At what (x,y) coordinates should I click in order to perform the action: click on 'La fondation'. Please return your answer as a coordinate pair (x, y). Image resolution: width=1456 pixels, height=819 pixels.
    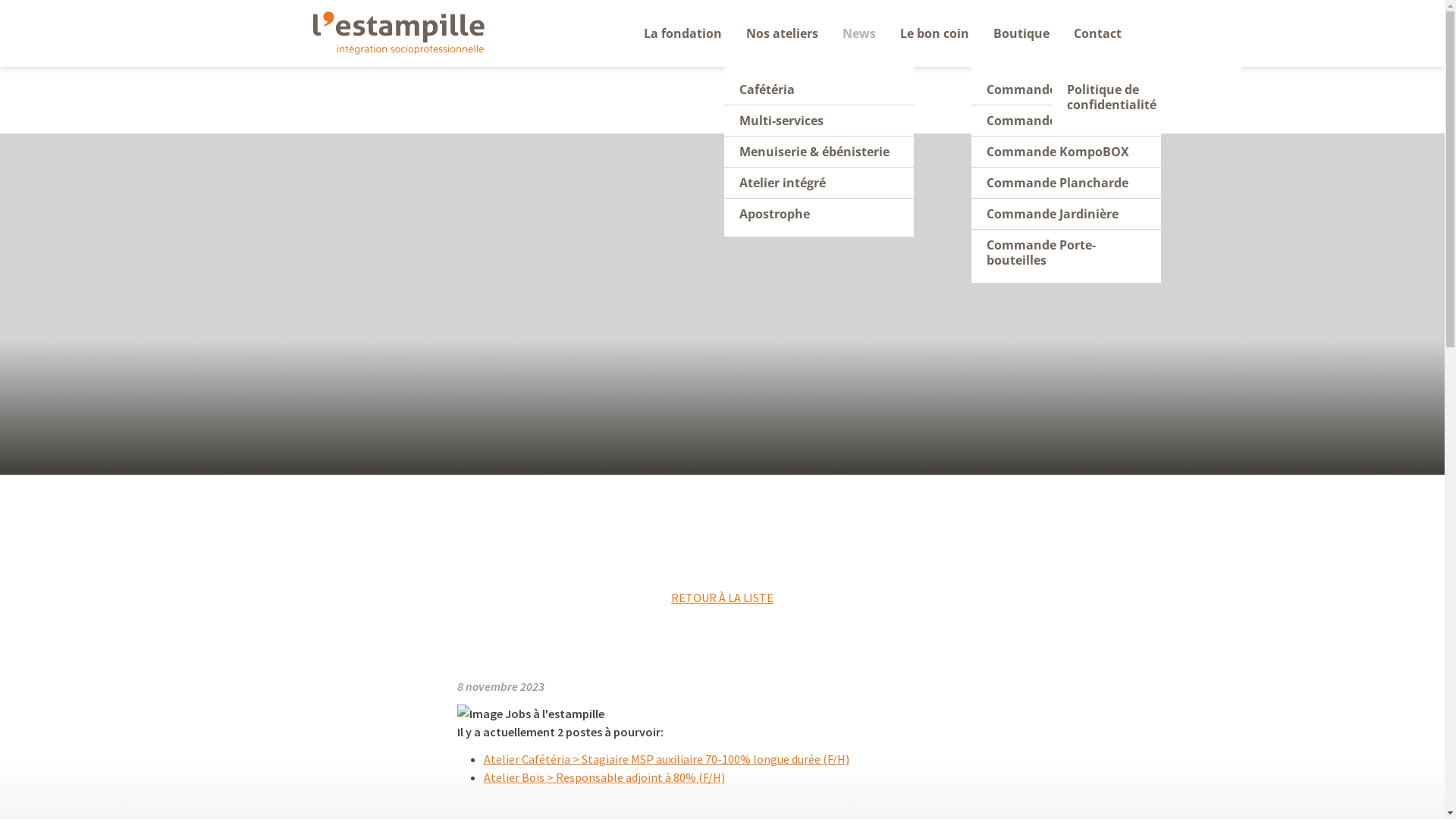
    Looking at the image, I should click on (681, 33).